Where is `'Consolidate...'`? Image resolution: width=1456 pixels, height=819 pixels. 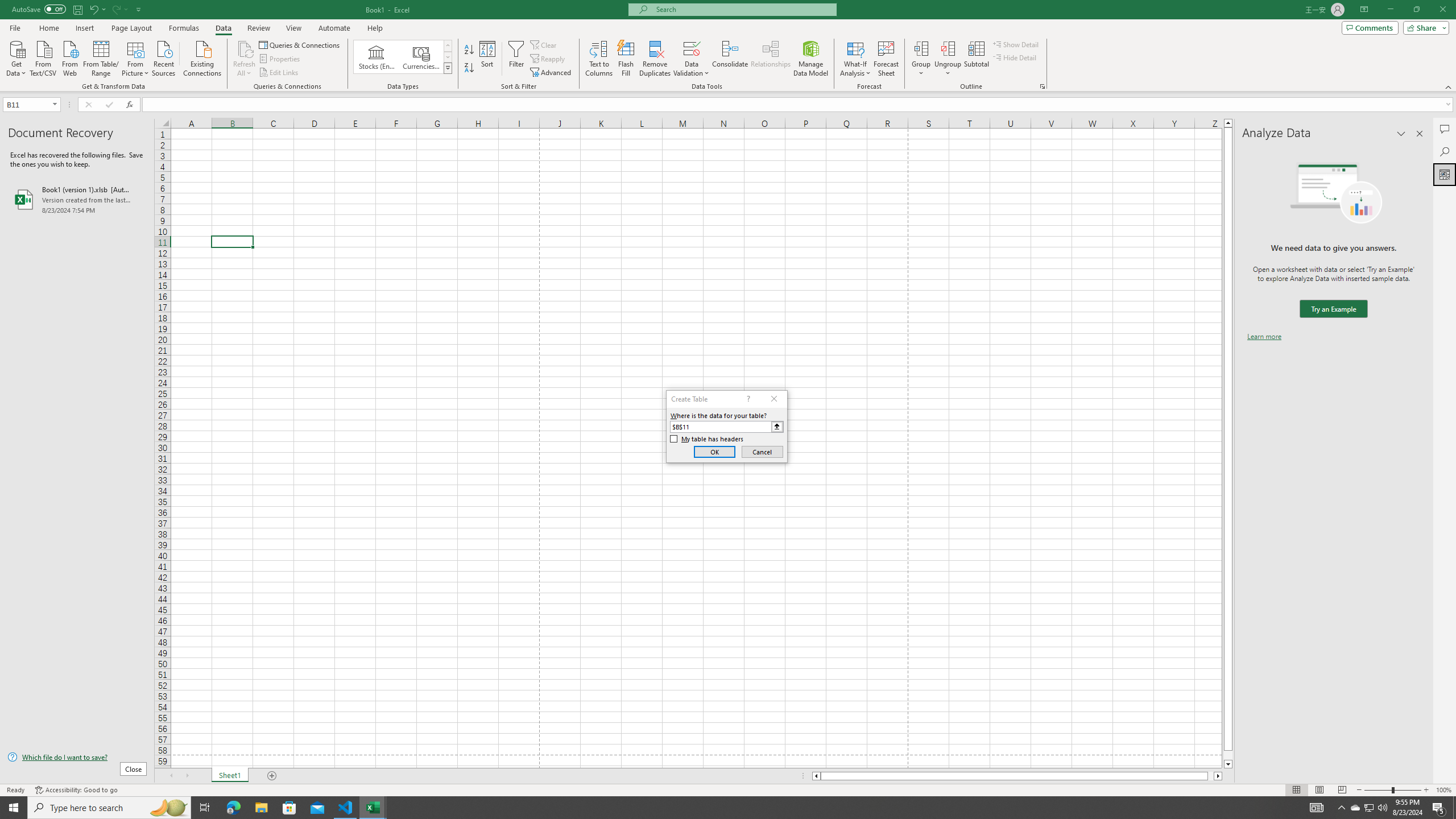
'Consolidate...' is located at coordinates (730, 59).